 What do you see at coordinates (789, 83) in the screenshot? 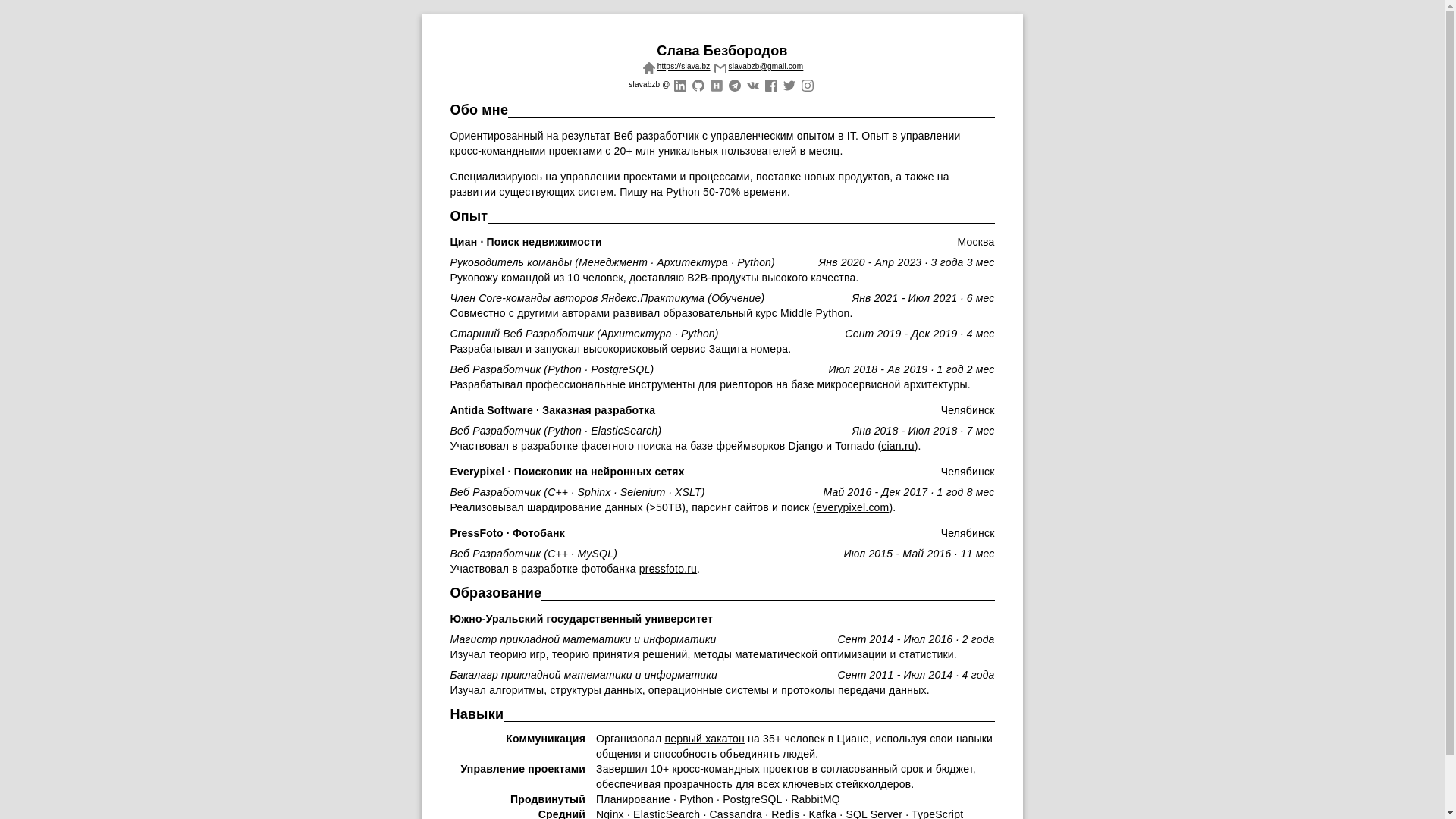
I see `'slavabzb'` at bounding box center [789, 83].